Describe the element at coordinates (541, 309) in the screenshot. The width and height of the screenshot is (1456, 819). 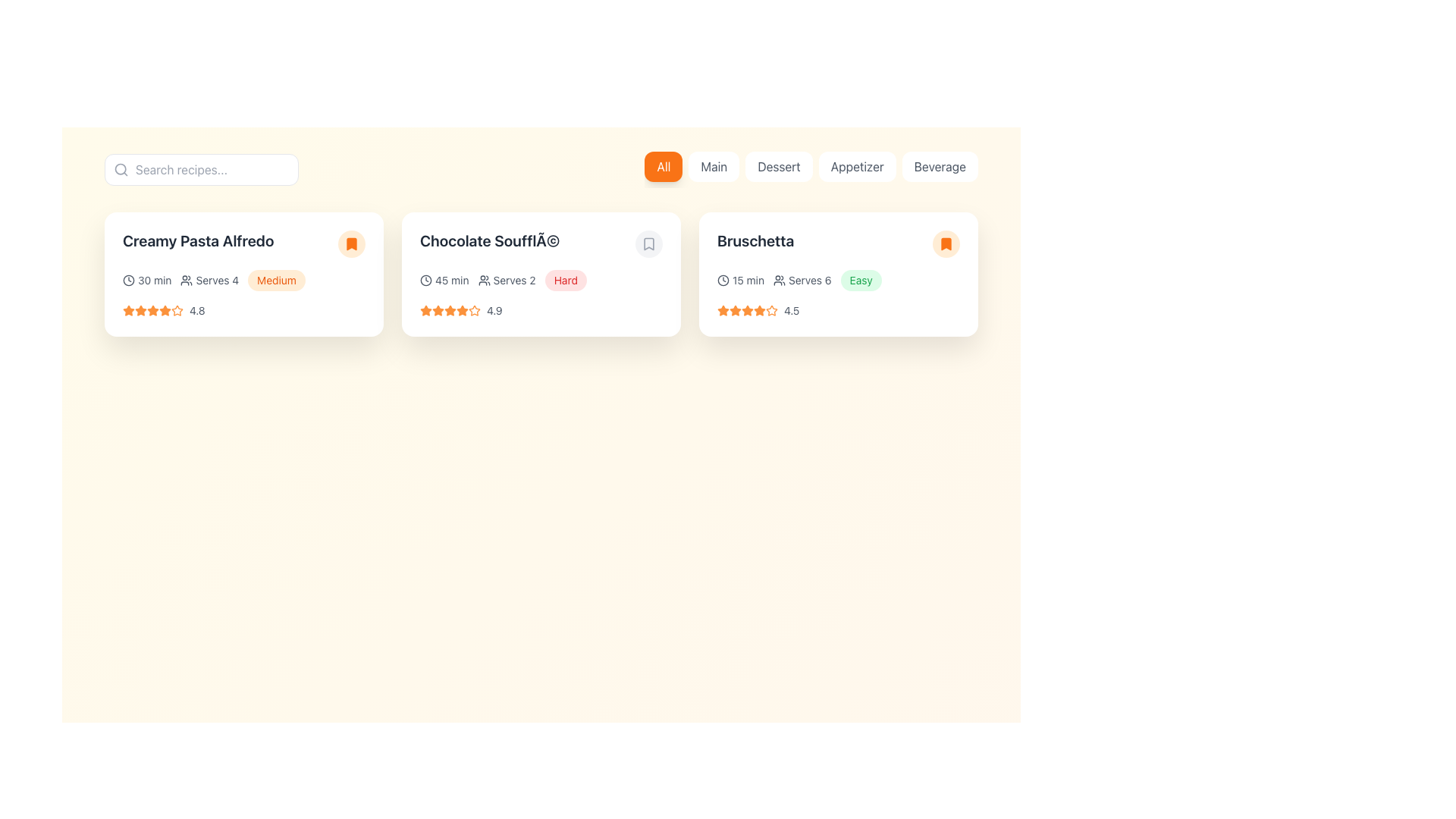
I see `the 4.9-star rating display for 'Chocolate Soufflé', which is visually represented by orange stars and a numeric rating, located at the bottom section of the card` at that location.